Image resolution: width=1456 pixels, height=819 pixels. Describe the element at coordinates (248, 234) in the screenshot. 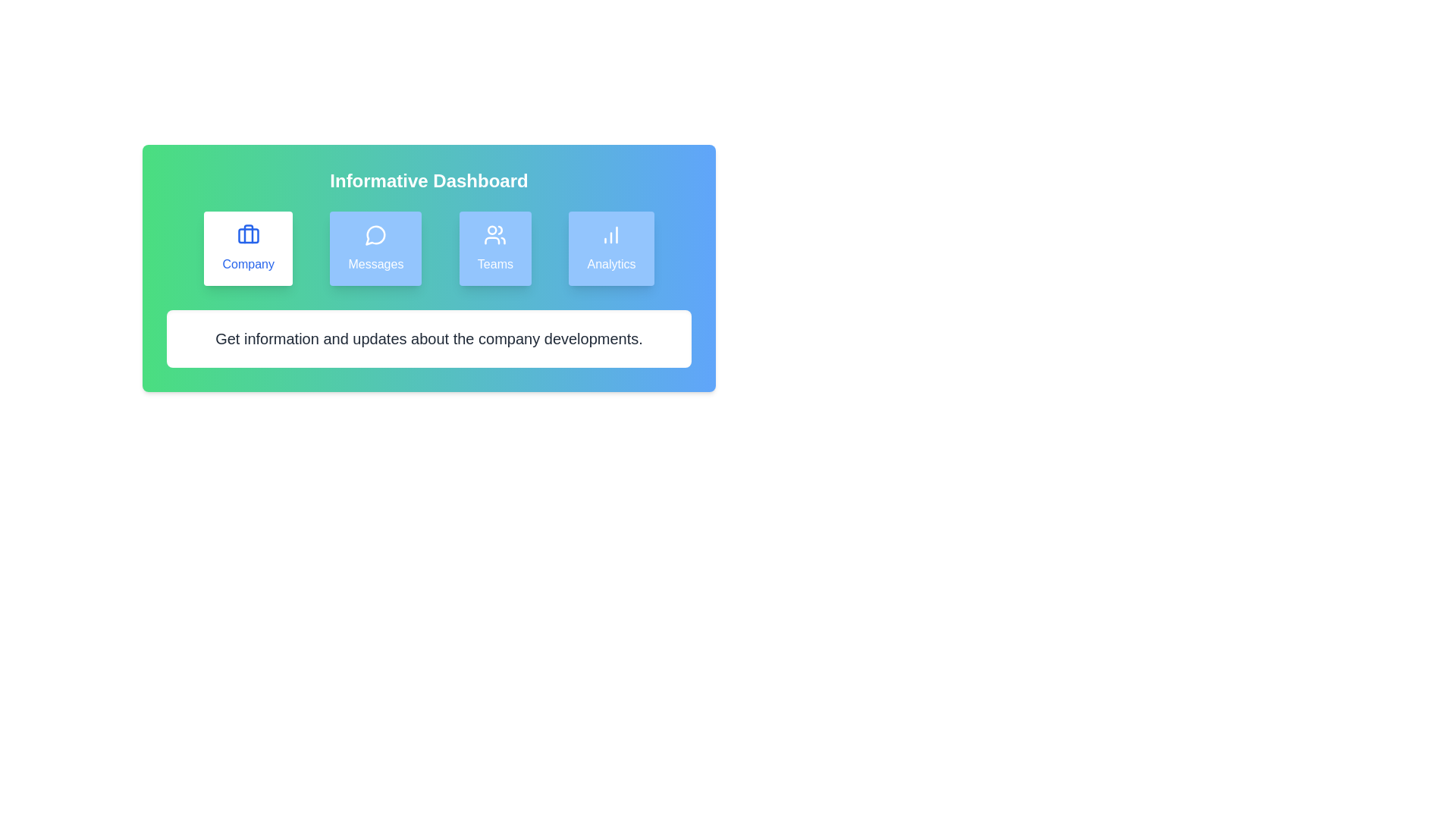

I see `the vertical line in the suitcase icon located within the 'Company' button on the left side of the interface` at that location.